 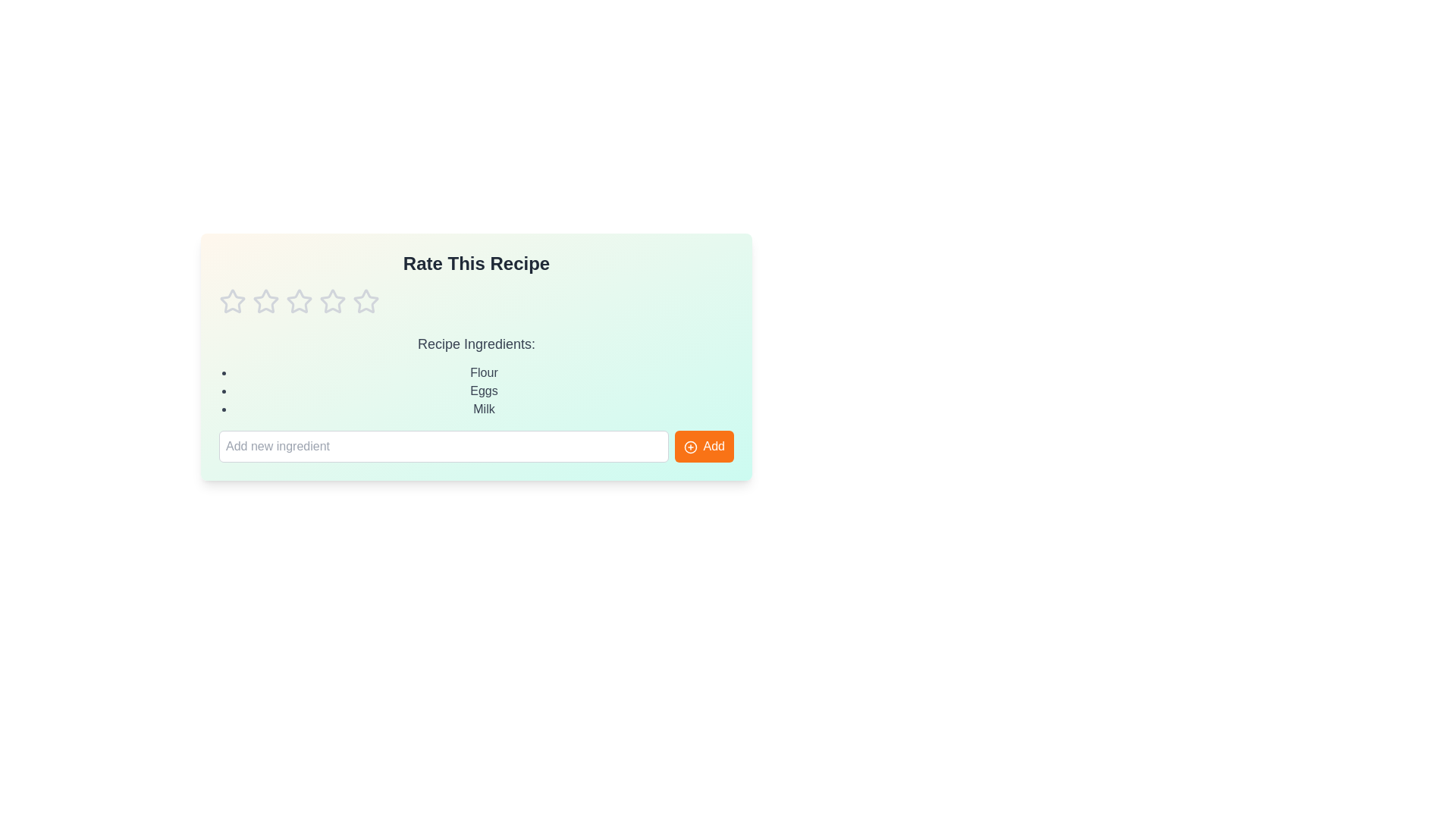 What do you see at coordinates (483, 409) in the screenshot?
I see `the ingredient Milk in the list` at bounding box center [483, 409].